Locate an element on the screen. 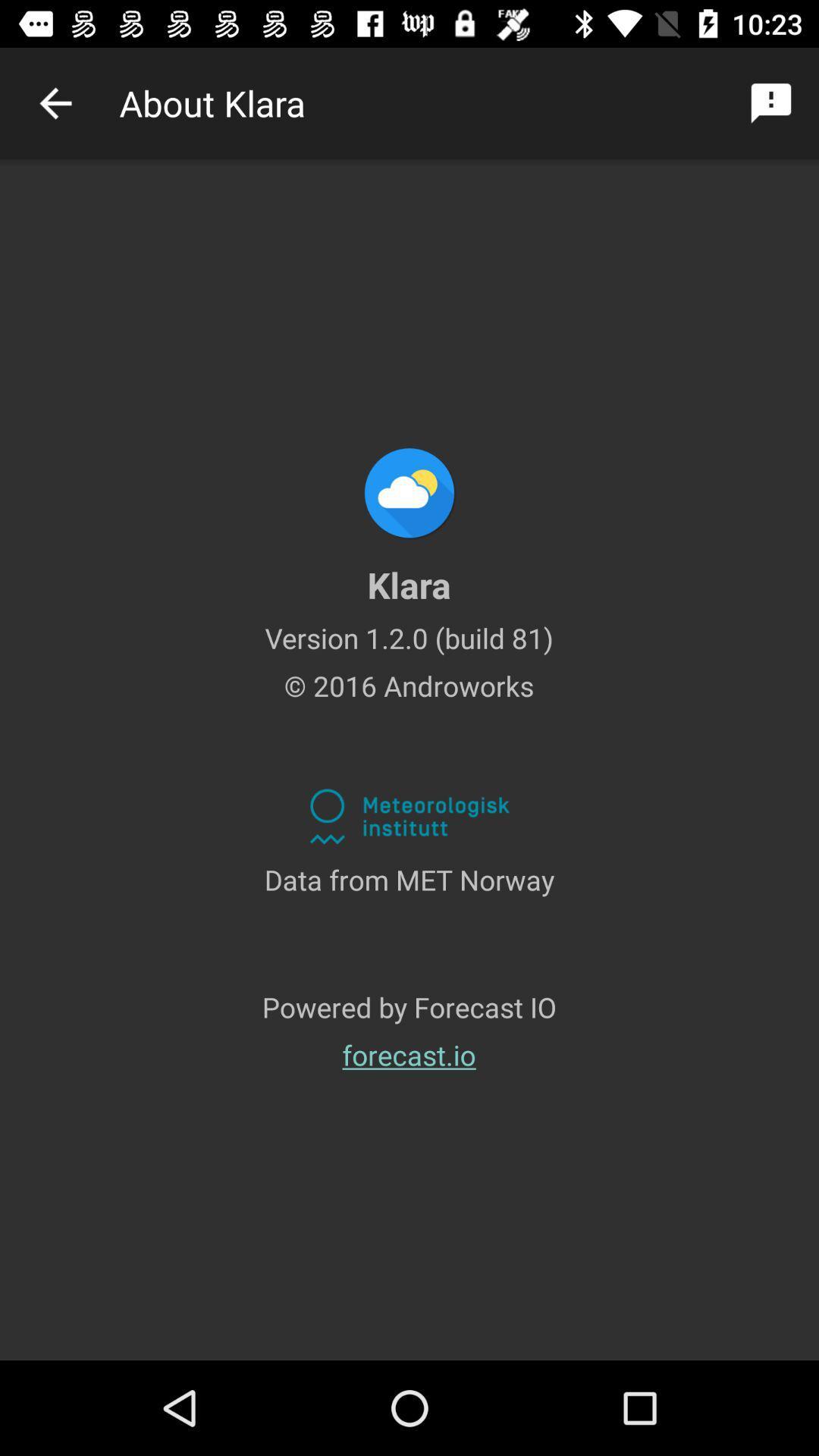 This screenshot has height=1456, width=819. the item to the right of the about klara item is located at coordinates (771, 102).